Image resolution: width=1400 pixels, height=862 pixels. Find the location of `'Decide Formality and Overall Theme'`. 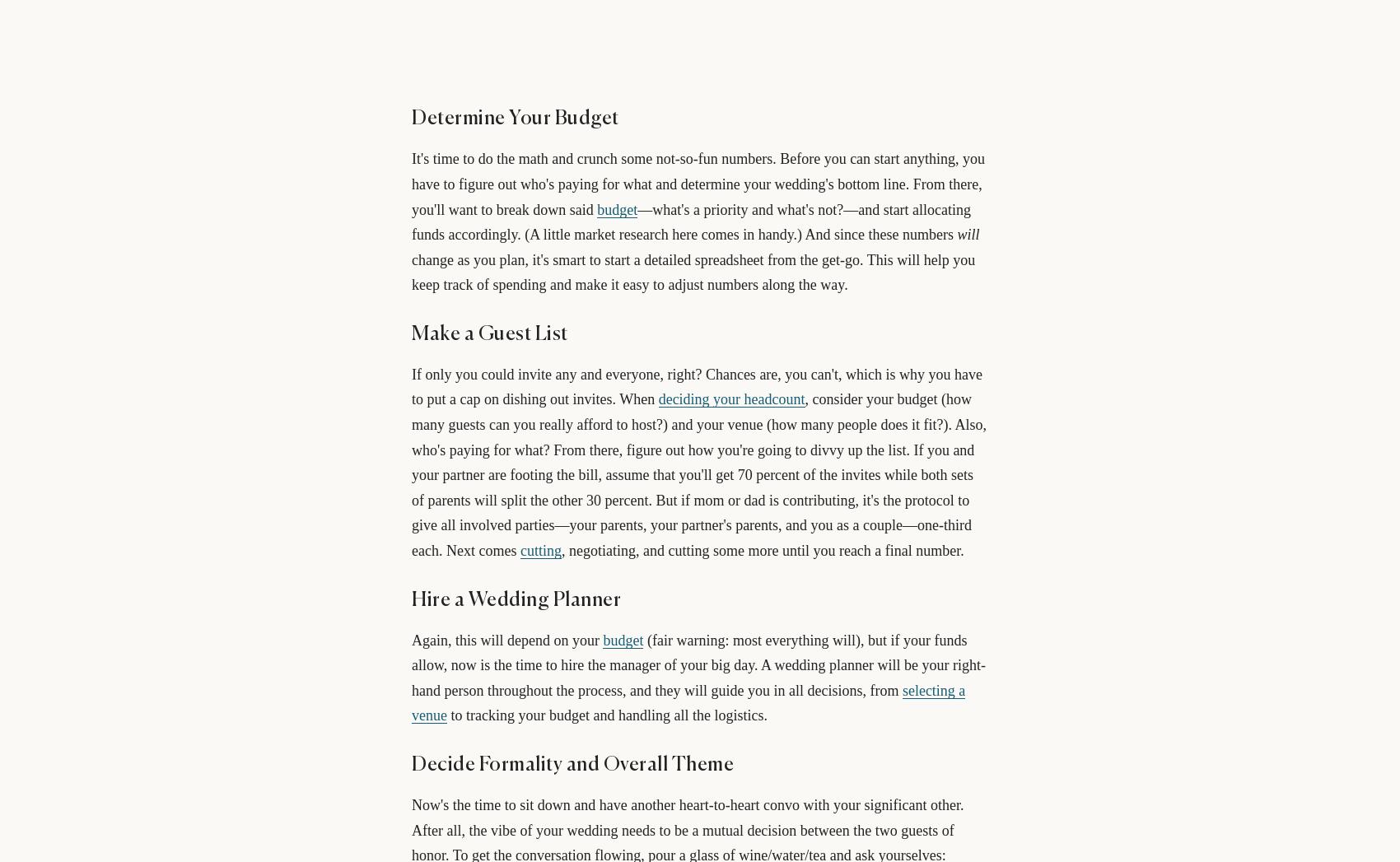

'Decide Formality and Overall Theme' is located at coordinates (572, 765).